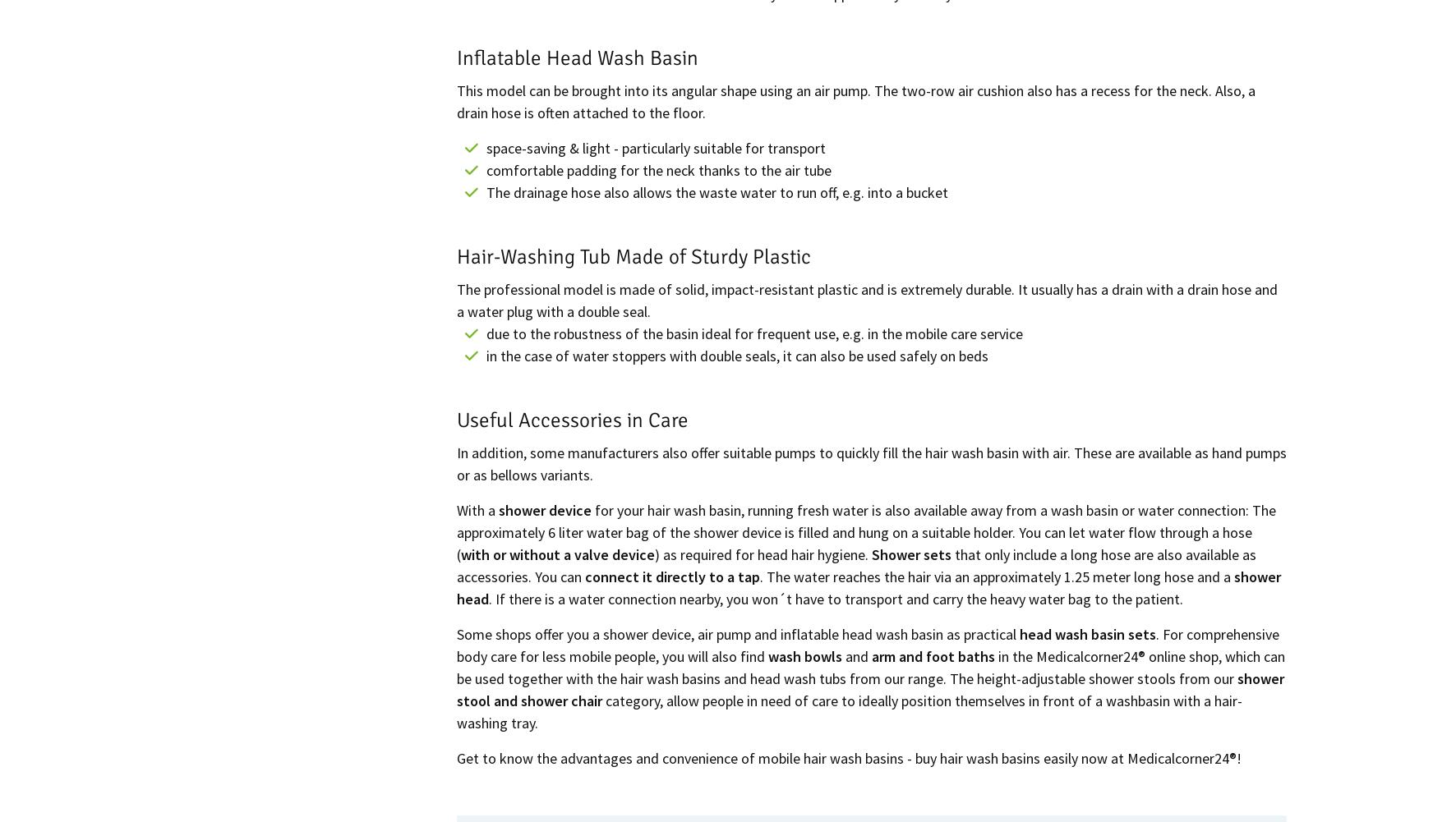  Describe the element at coordinates (933, 654) in the screenshot. I see `'arm and foot baths'` at that location.